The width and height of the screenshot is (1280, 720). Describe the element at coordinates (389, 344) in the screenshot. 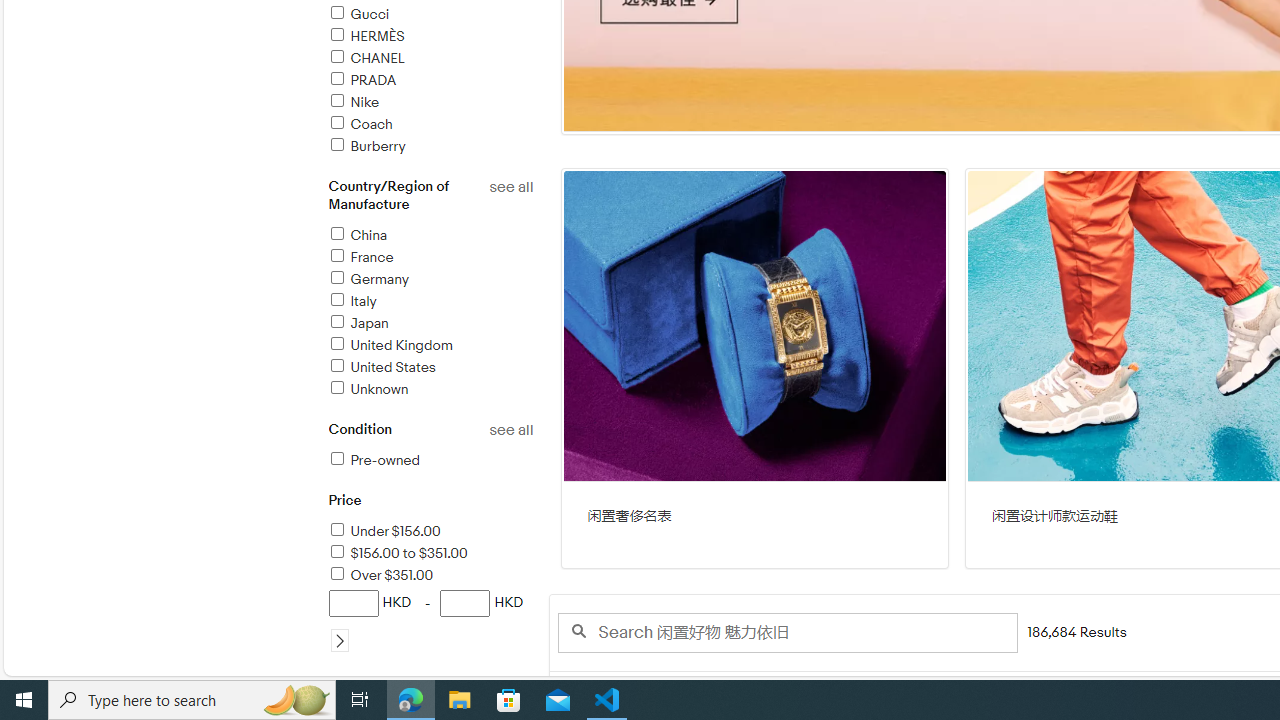

I see `'United Kingdom'` at that location.